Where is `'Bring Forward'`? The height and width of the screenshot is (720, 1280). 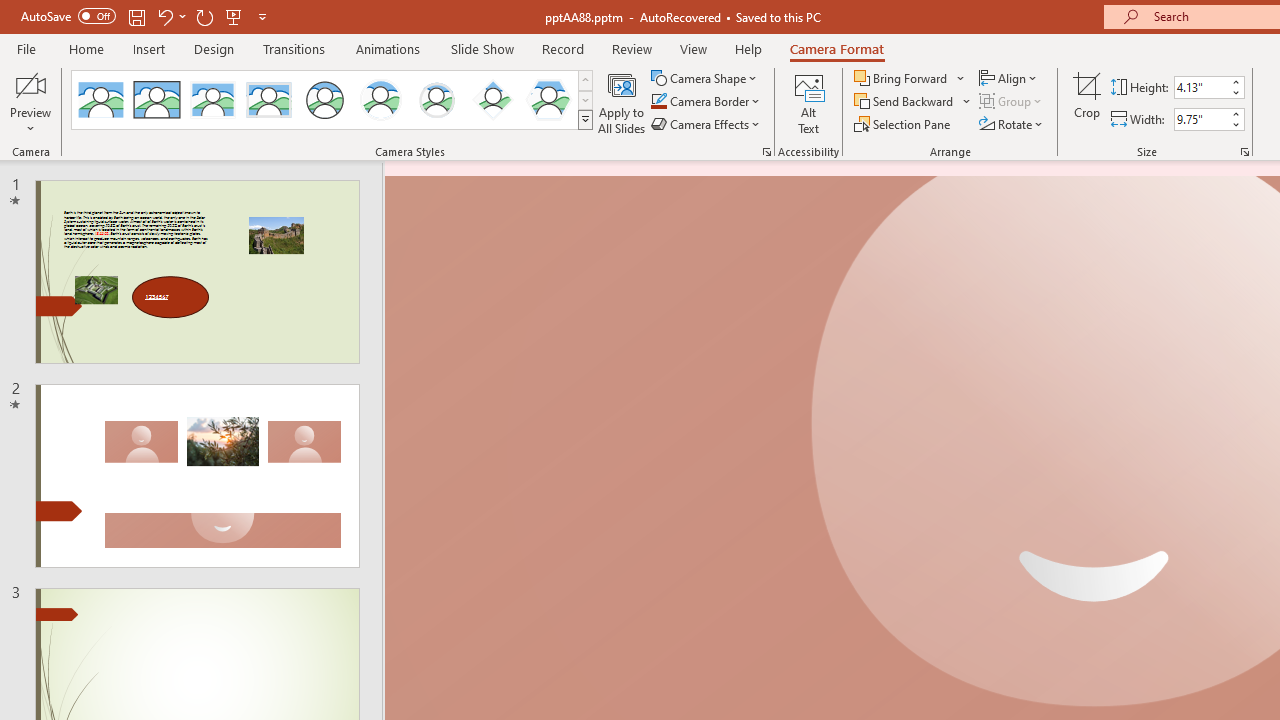 'Bring Forward' is located at coordinates (909, 77).